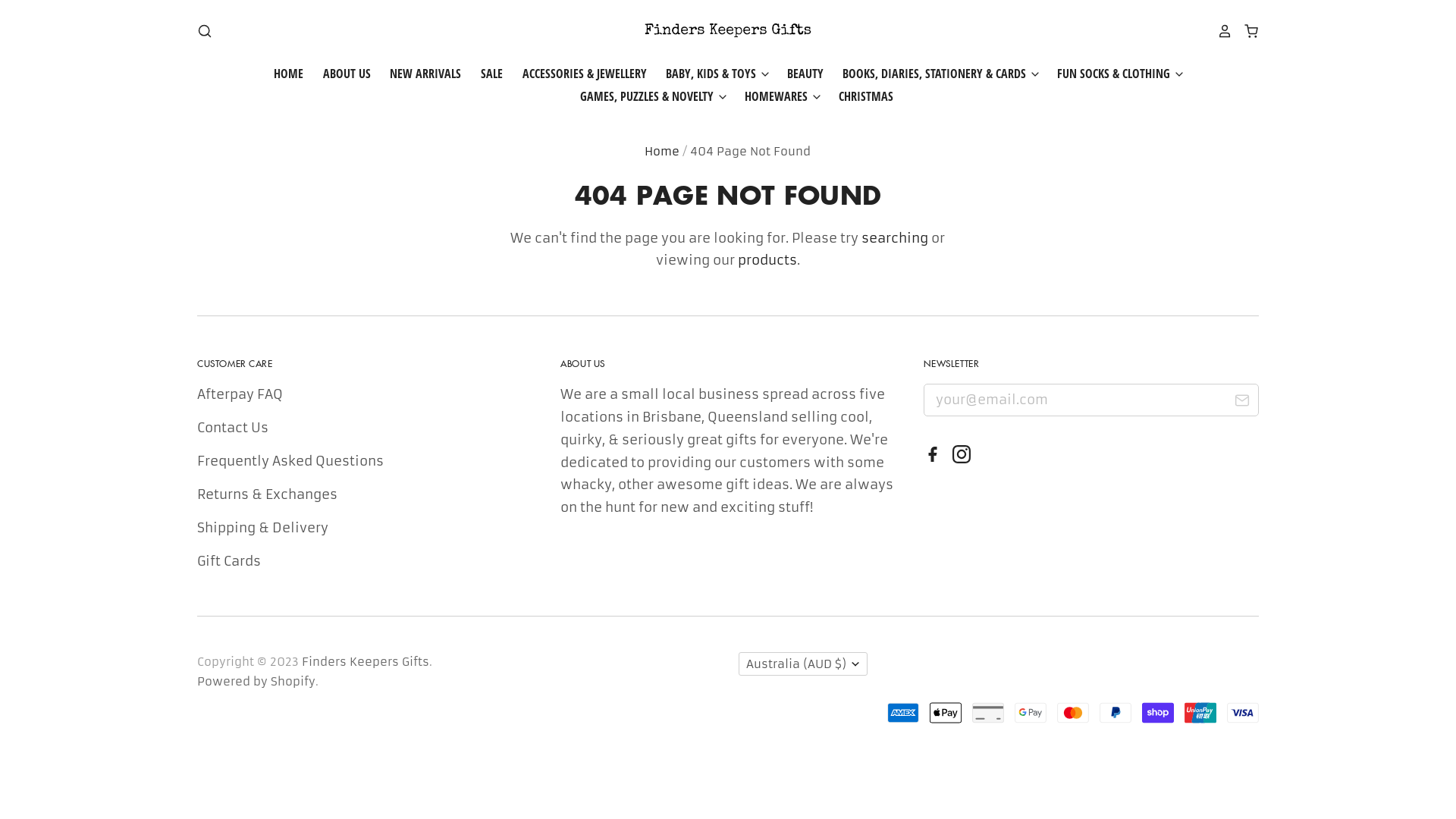  I want to click on 'searching', so click(895, 237).